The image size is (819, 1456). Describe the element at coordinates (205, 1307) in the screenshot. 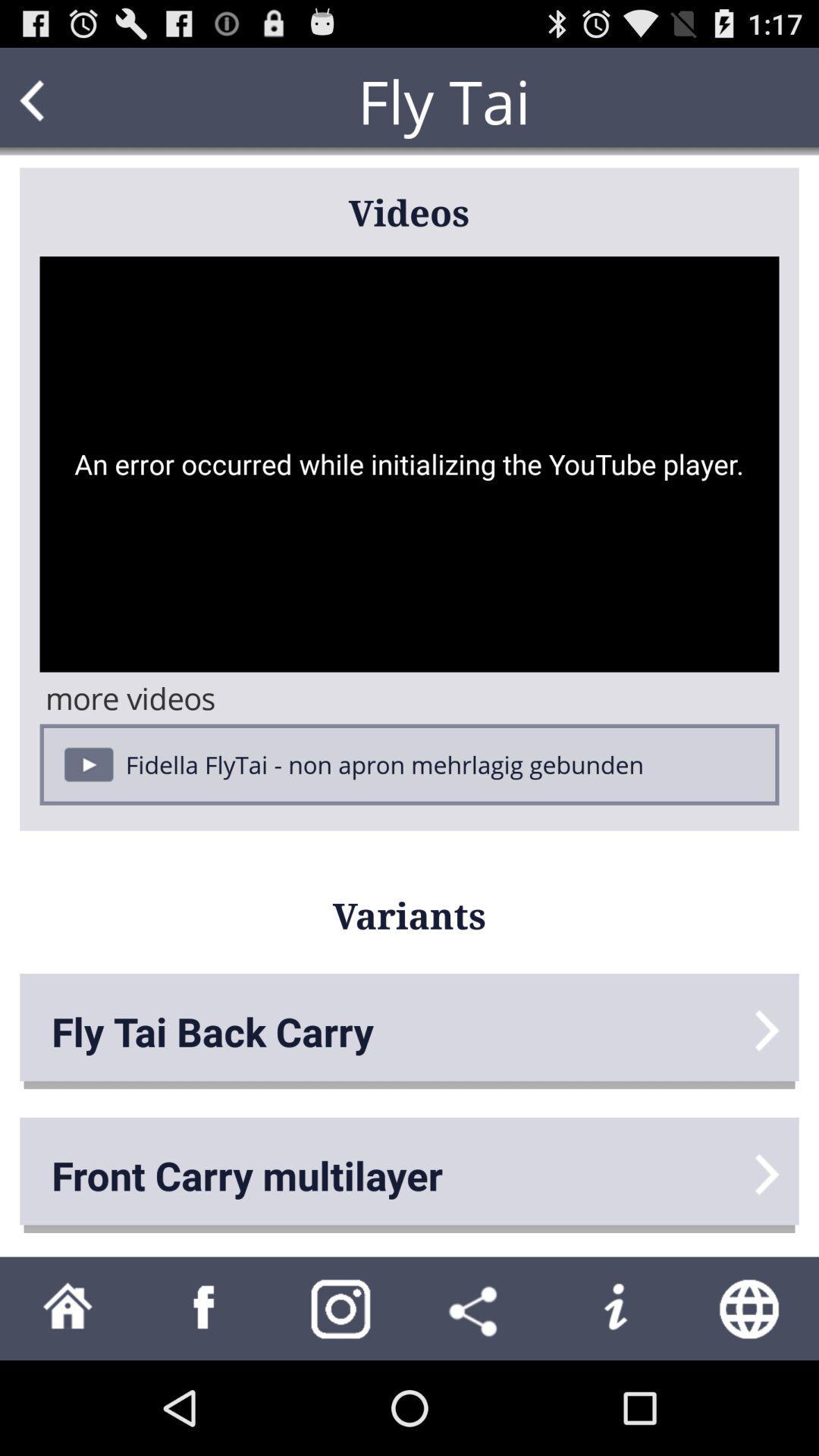

I see `facebook navigation button` at that location.